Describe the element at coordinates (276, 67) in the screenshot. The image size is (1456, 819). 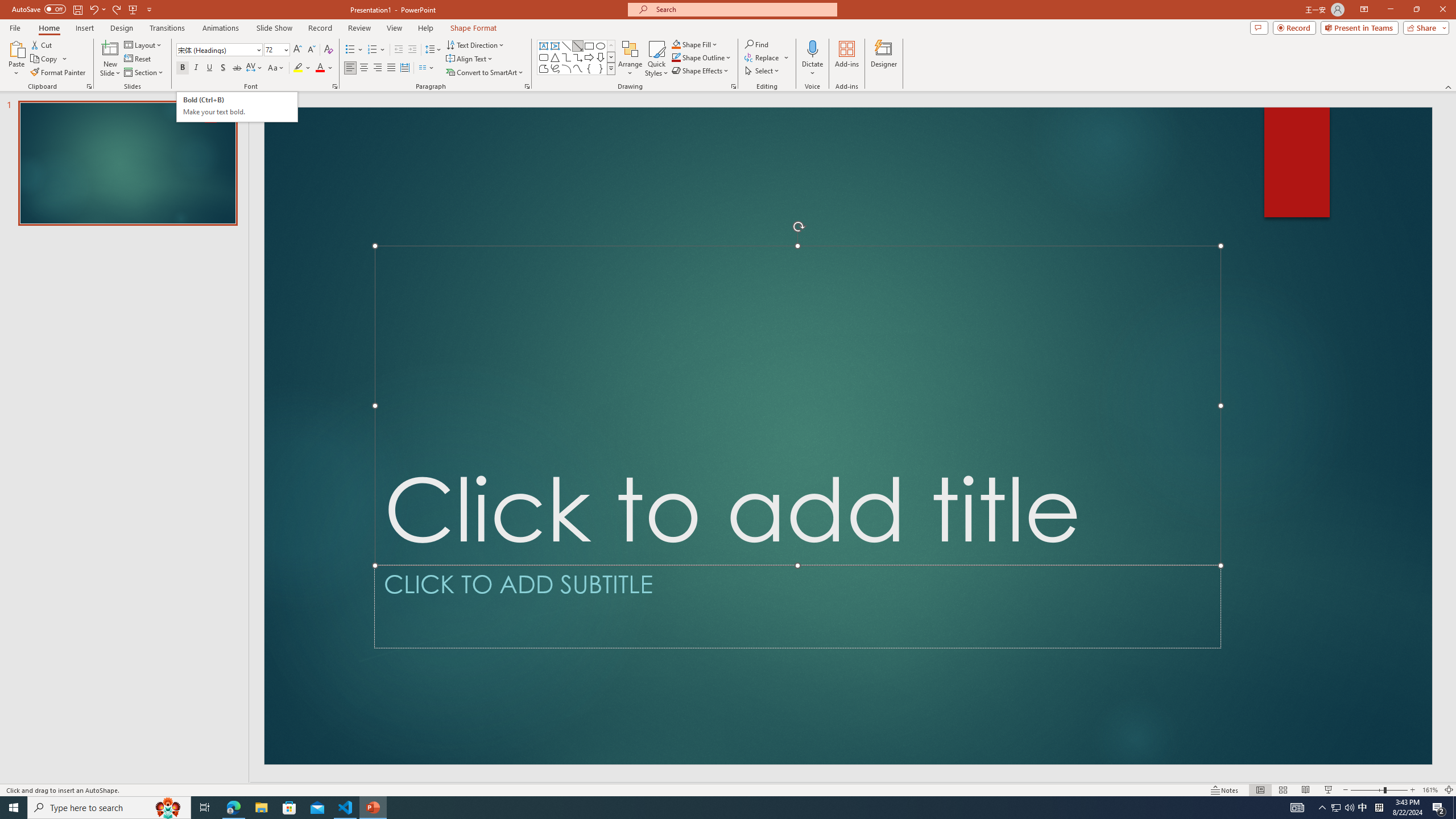
I see `'Change Case'` at that location.